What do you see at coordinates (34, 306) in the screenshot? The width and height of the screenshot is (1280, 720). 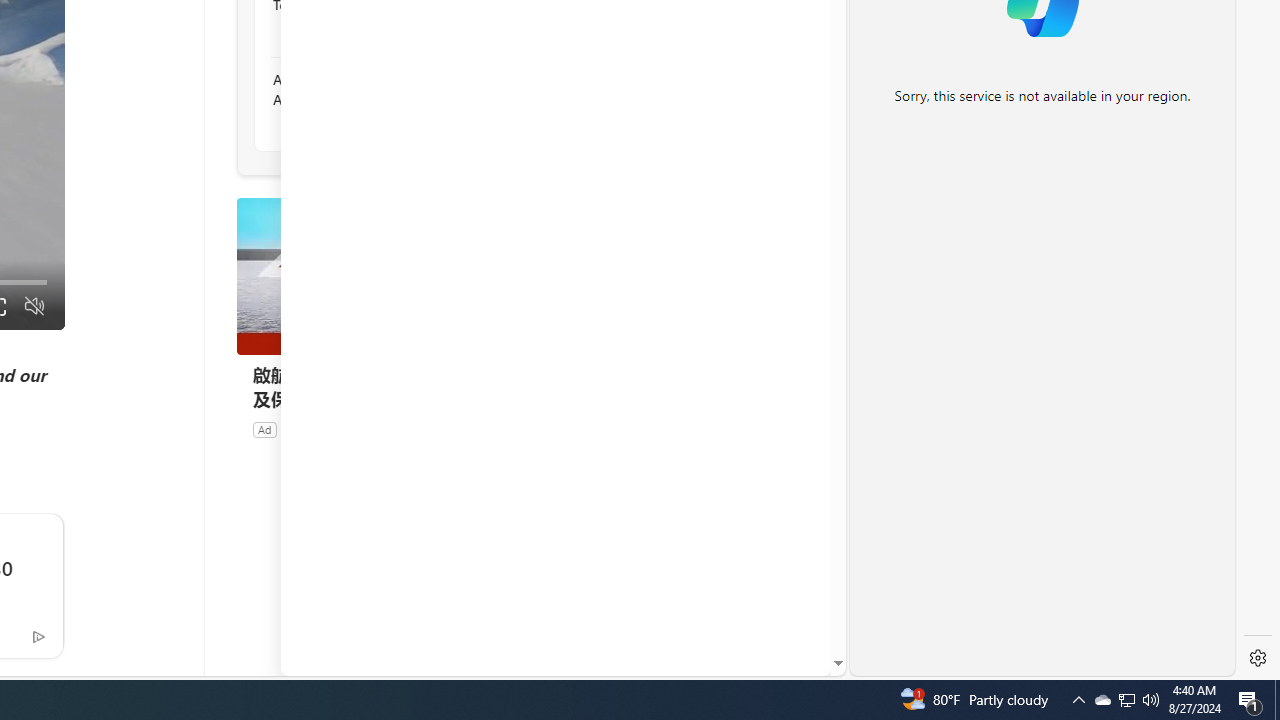 I see `'Unmute'` at bounding box center [34, 306].